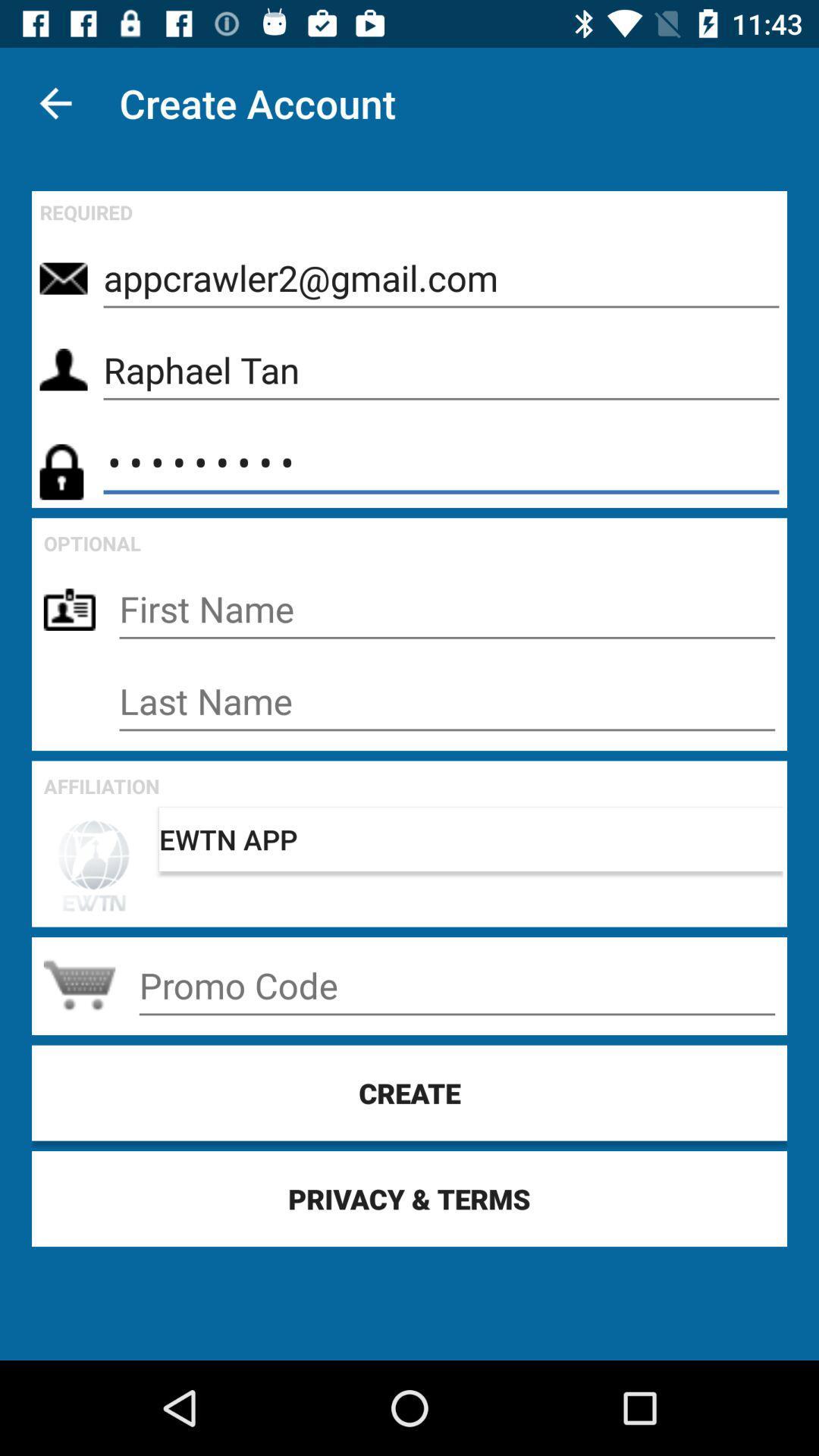 The width and height of the screenshot is (819, 1456). Describe the element at coordinates (446, 701) in the screenshot. I see `icon above affiliation icon` at that location.